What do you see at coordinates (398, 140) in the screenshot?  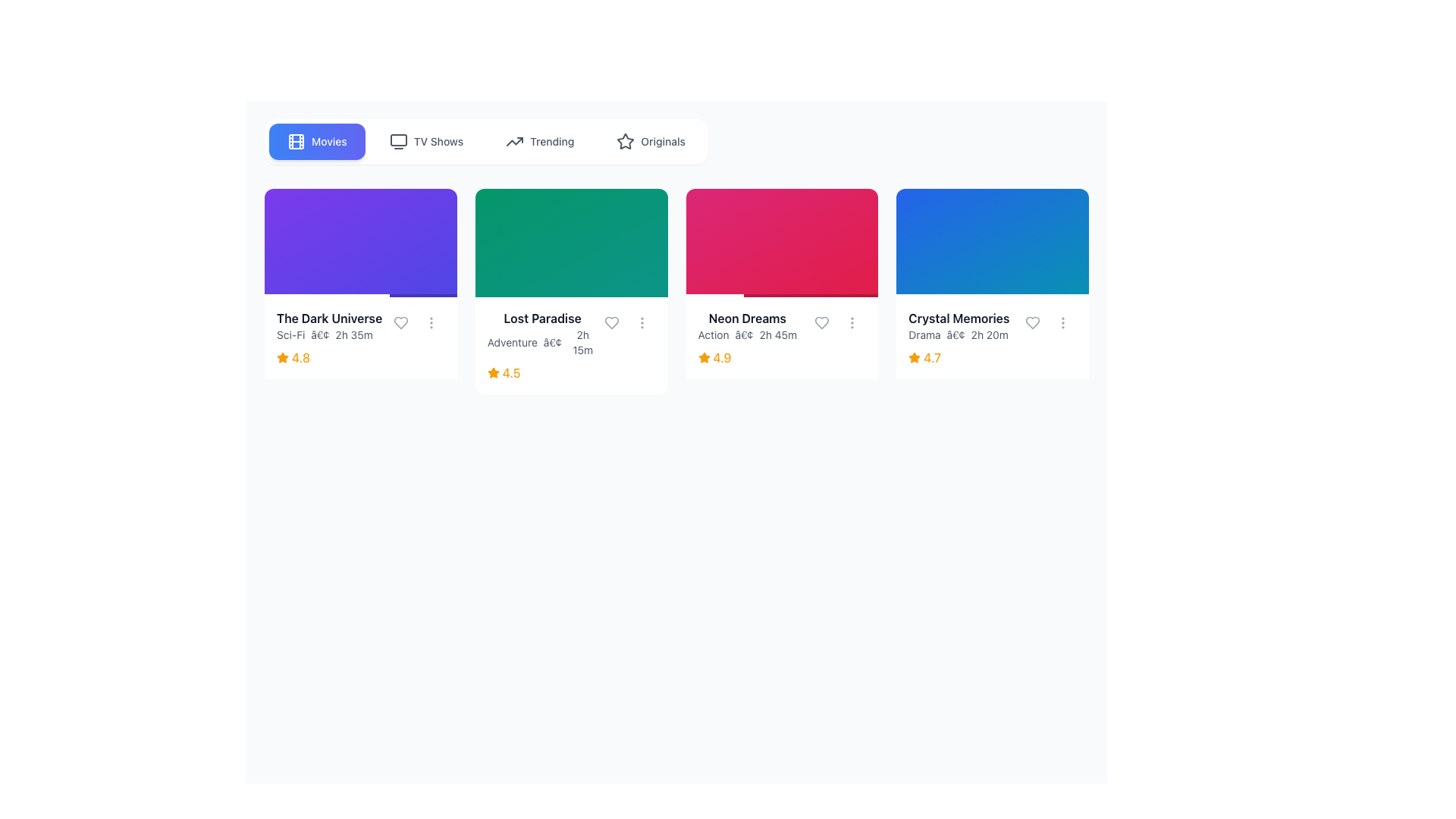 I see `the SVG graphical component representing the 'TV Shows' section in the navigation bar` at bounding box center [398, 140].